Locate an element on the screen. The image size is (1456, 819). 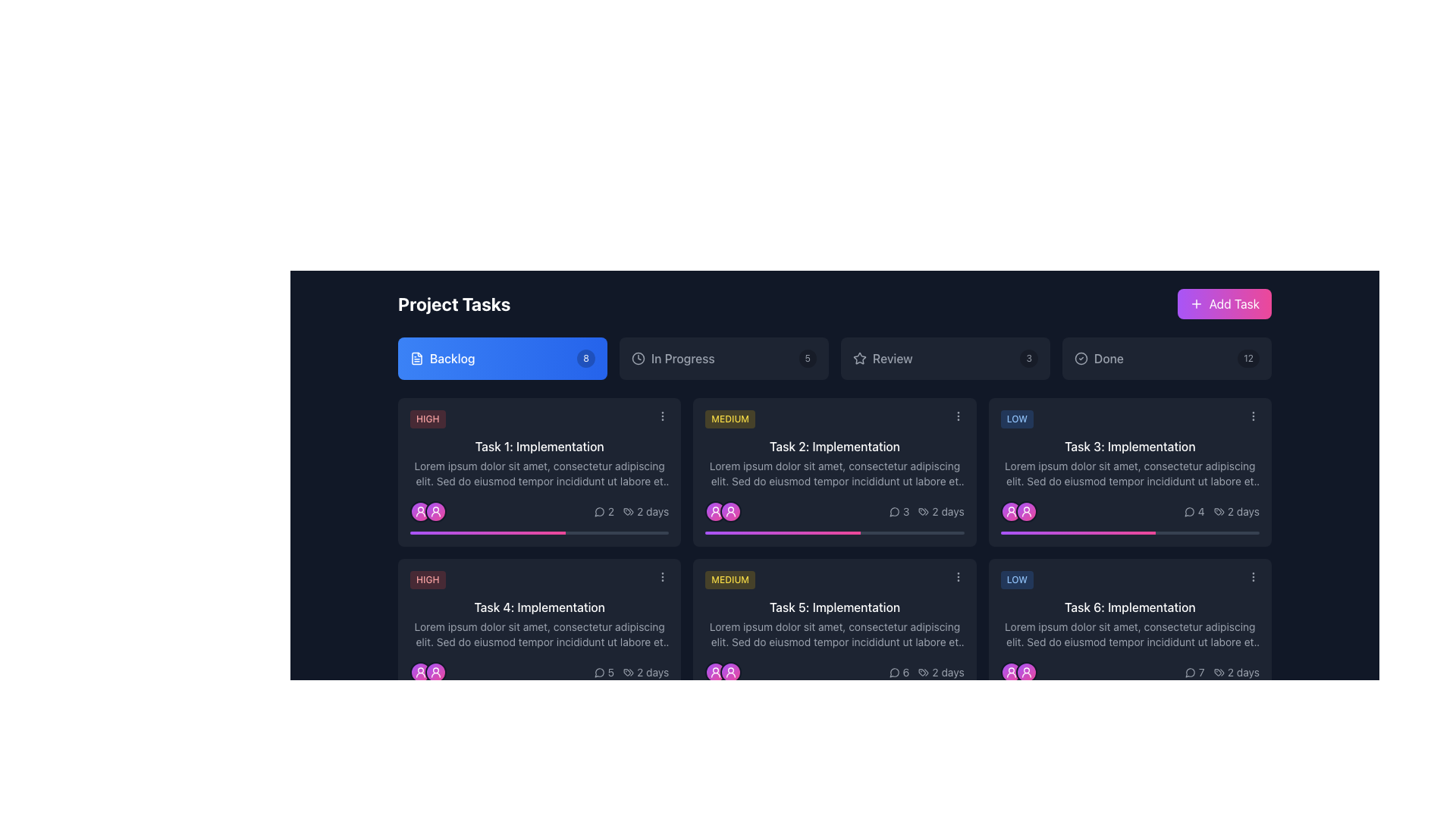
the 'Done' text label in the task management interface, which indicates completed tasks and is located in the far right of the horizontal menu bar, next to a count indicator ('12') and a circular checkmark icon is located at coordinates (1109, 359).